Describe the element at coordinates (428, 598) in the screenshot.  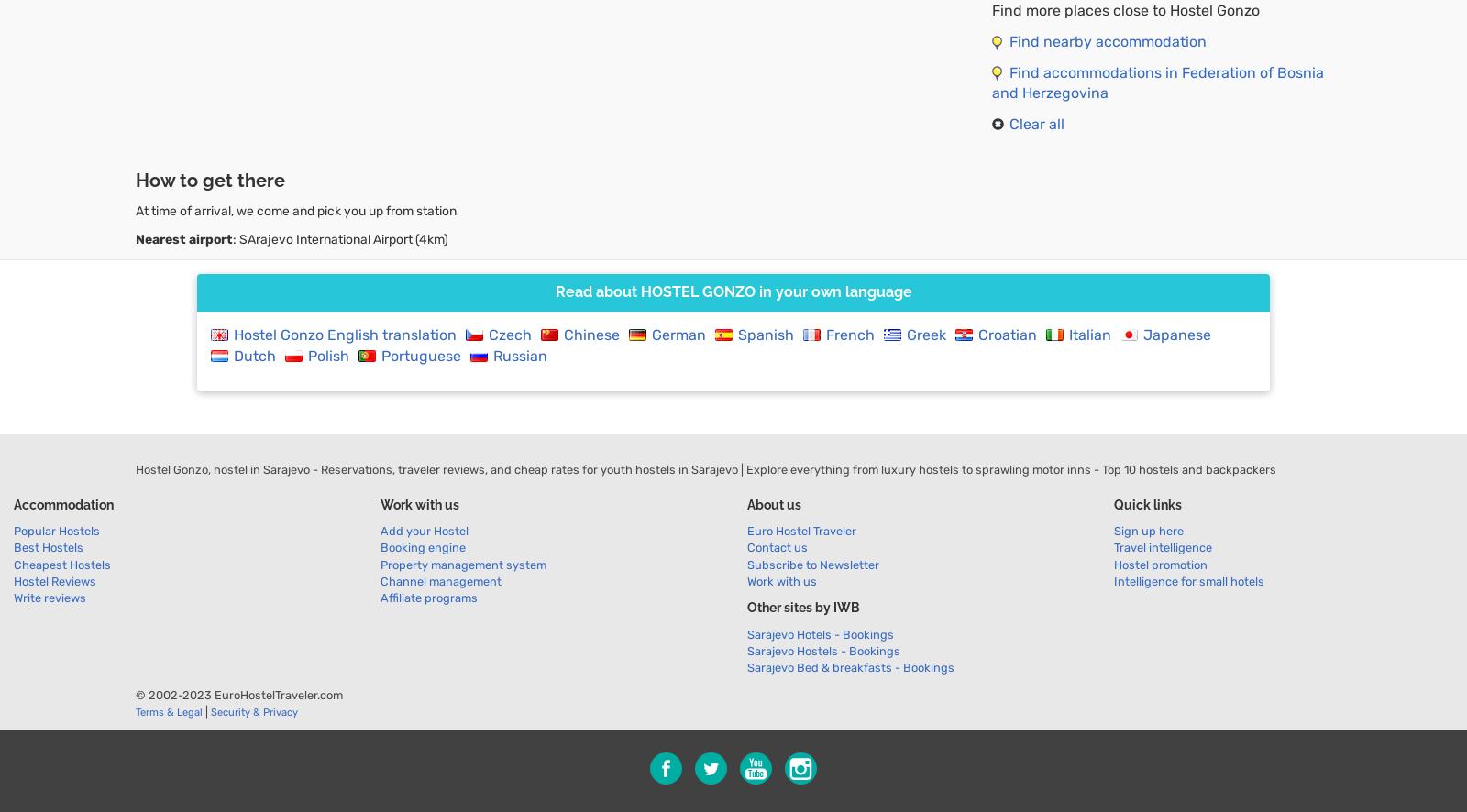
I see `'Affiliate programs'` at that location.